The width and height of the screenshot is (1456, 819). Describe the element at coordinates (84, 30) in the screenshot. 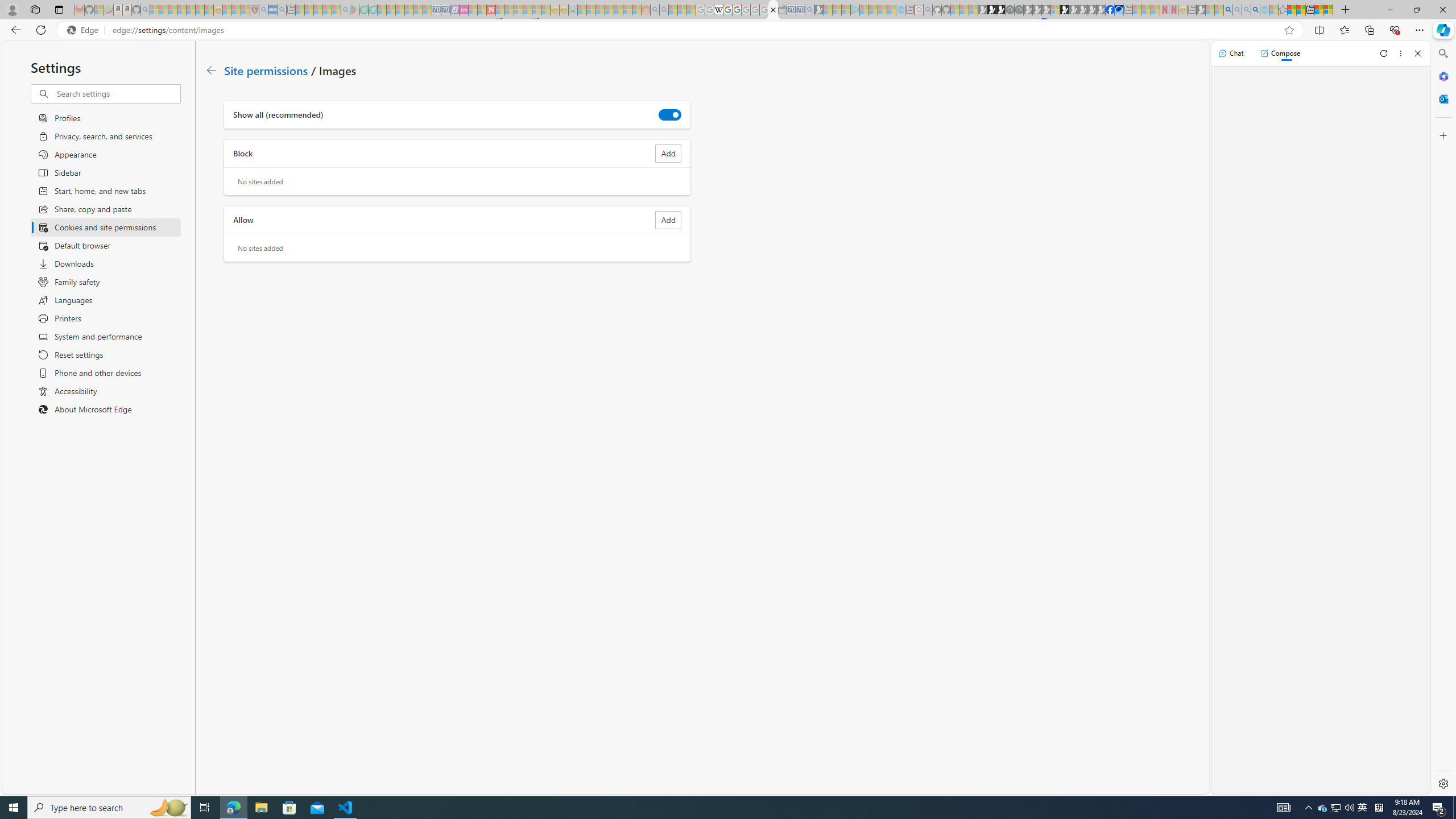

I see `'Edge'` at that location.